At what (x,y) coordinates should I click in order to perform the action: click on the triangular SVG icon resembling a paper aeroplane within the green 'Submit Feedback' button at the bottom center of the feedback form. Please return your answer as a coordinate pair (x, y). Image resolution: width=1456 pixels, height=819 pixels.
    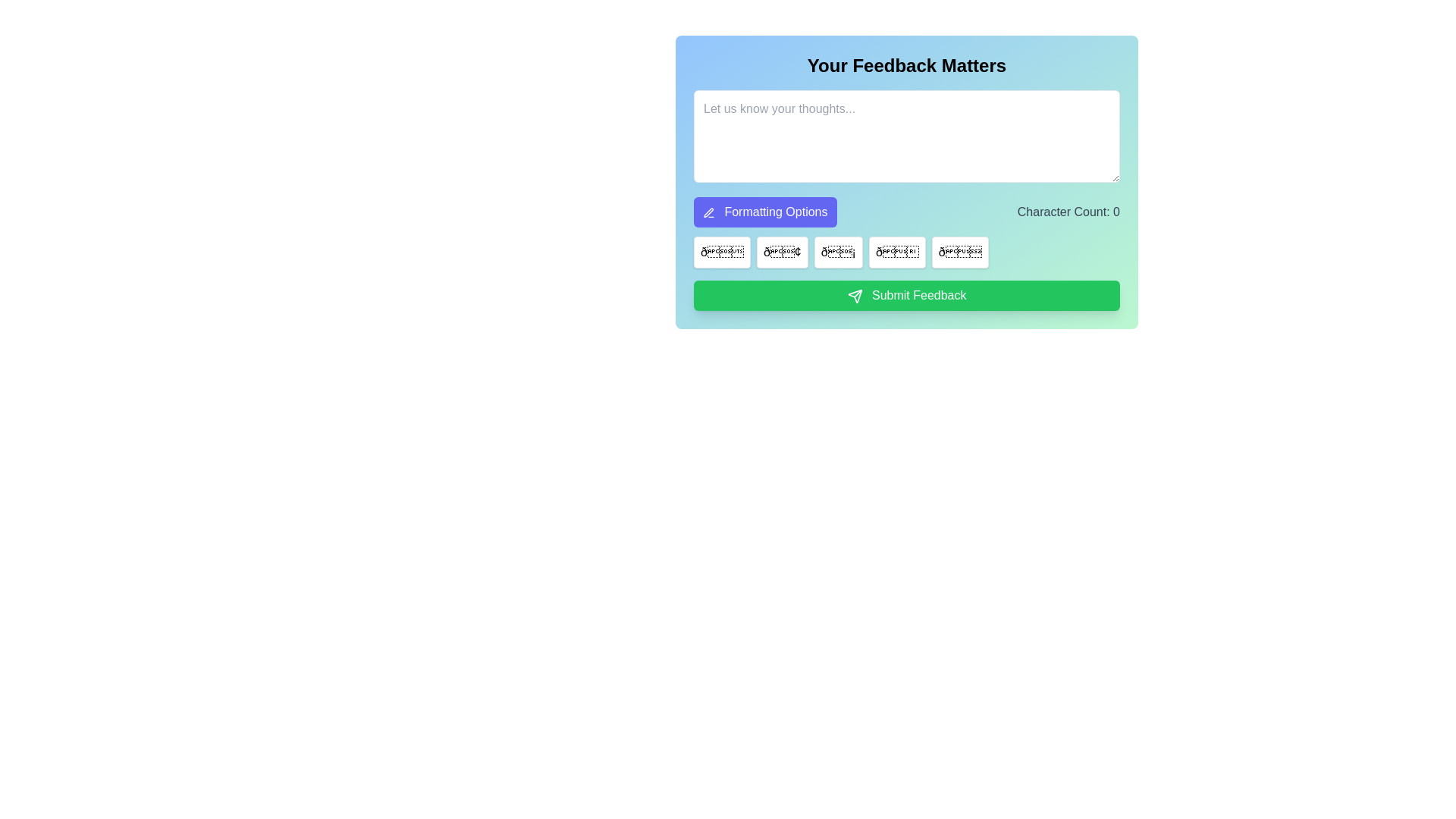
    Looking at the image, I should click on (855, 296).